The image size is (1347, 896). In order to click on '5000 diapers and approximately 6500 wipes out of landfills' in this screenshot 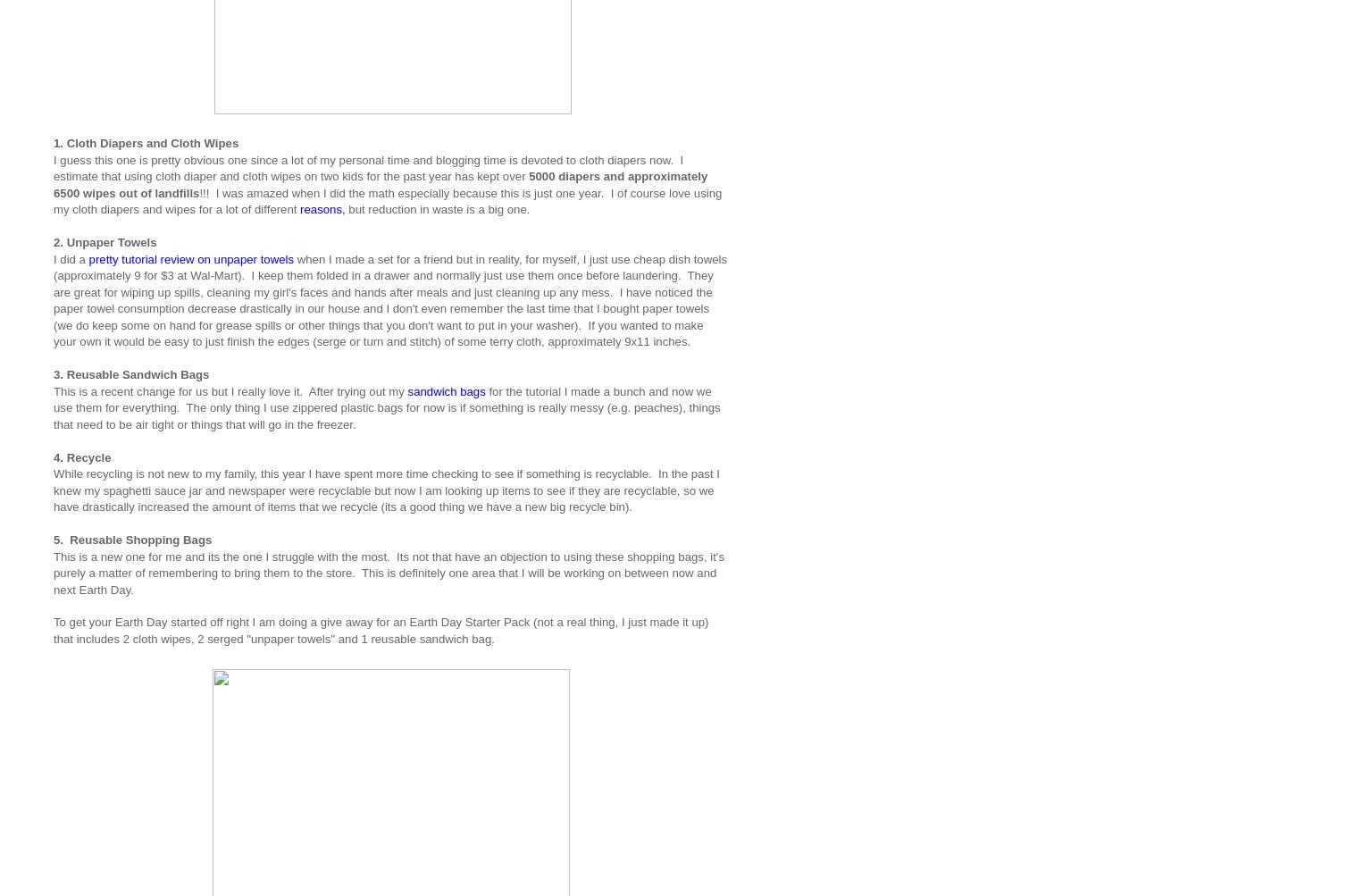, I will do `click(381, 184)`.